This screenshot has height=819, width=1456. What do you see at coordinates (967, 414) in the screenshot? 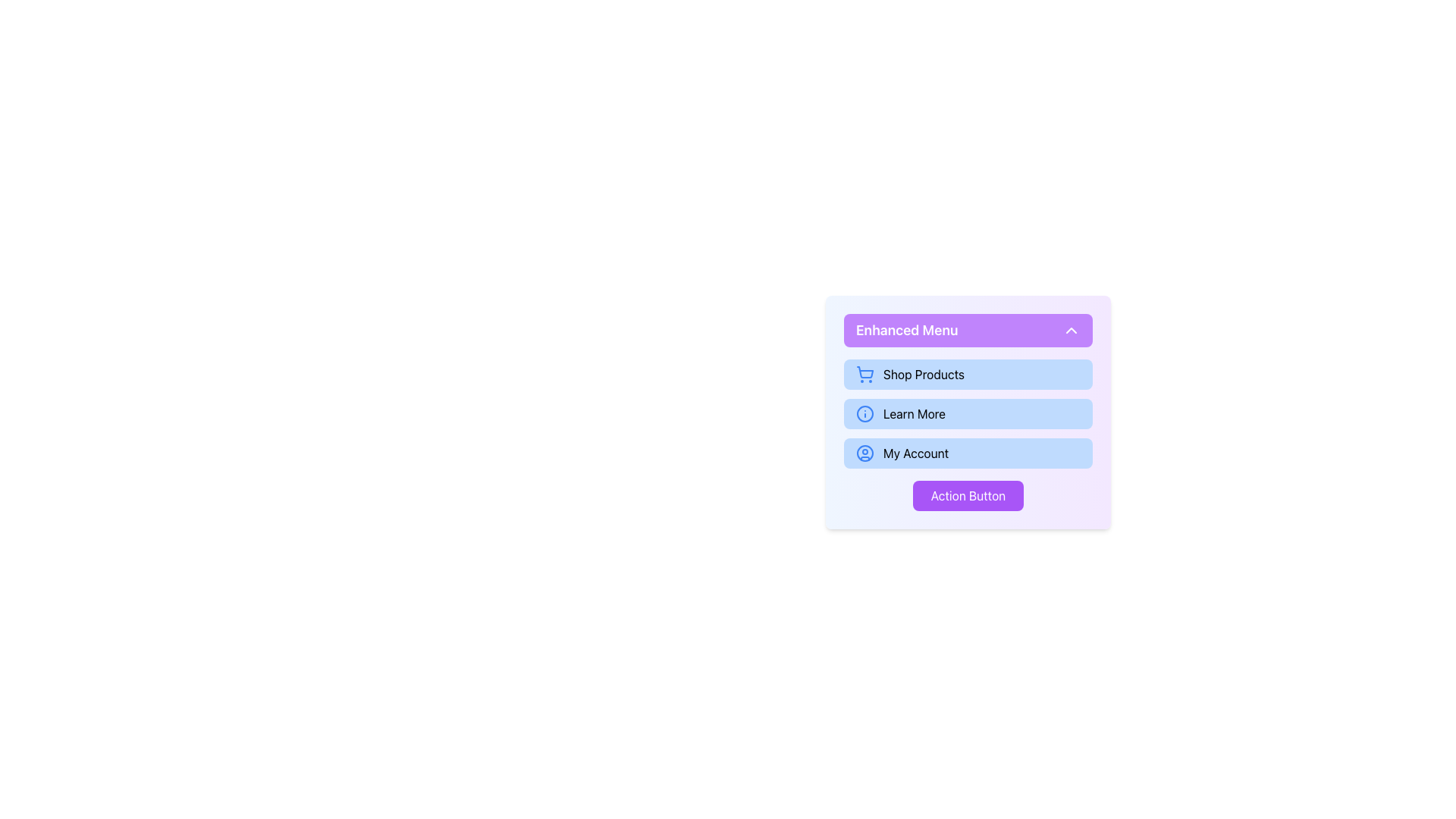
I see `the second button under the 'Enhanced Menu' section to learn more about the related subject` at bounding box center [967, 414].